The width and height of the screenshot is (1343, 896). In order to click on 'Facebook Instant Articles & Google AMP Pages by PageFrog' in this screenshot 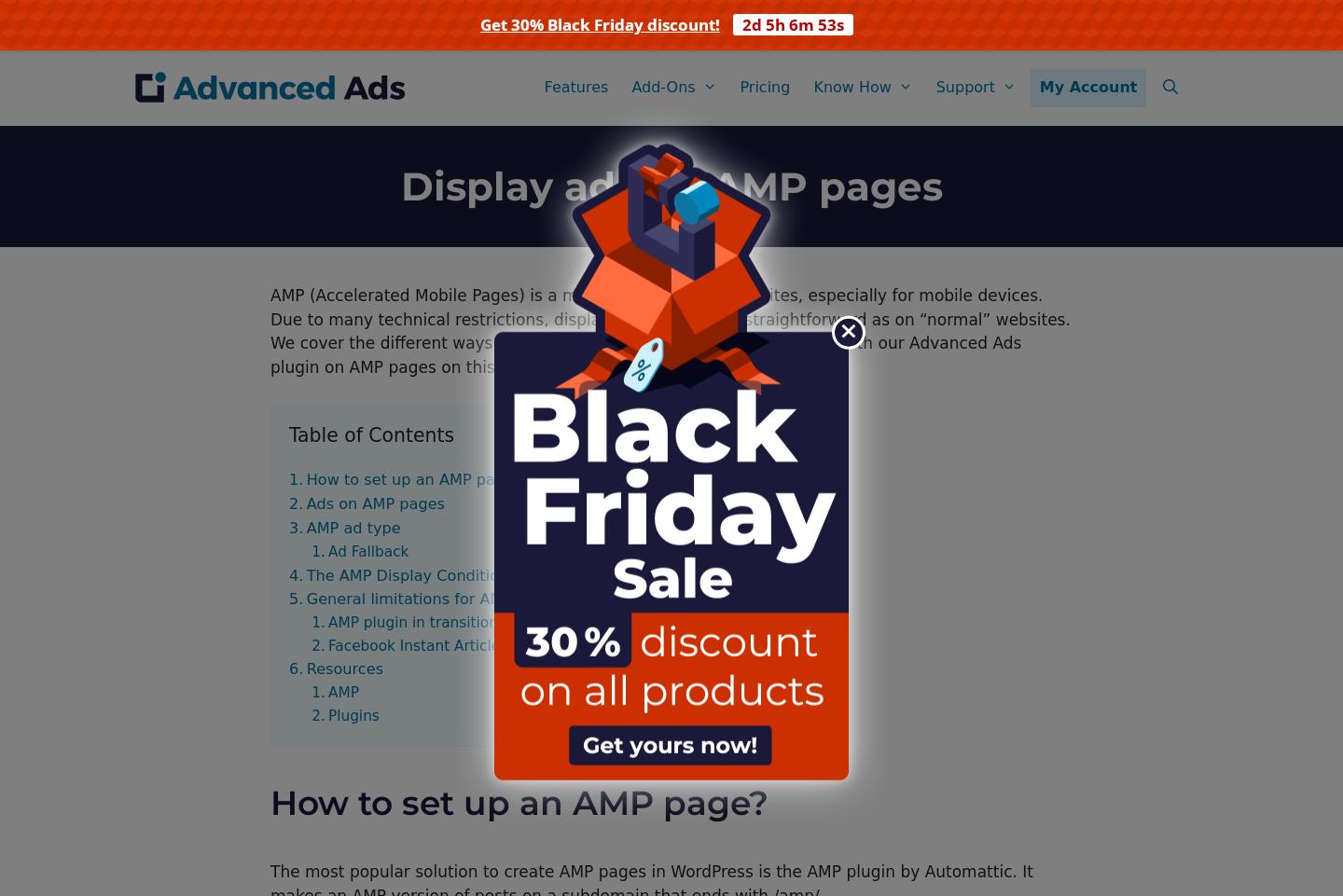, I will do `click(539, 644)`.